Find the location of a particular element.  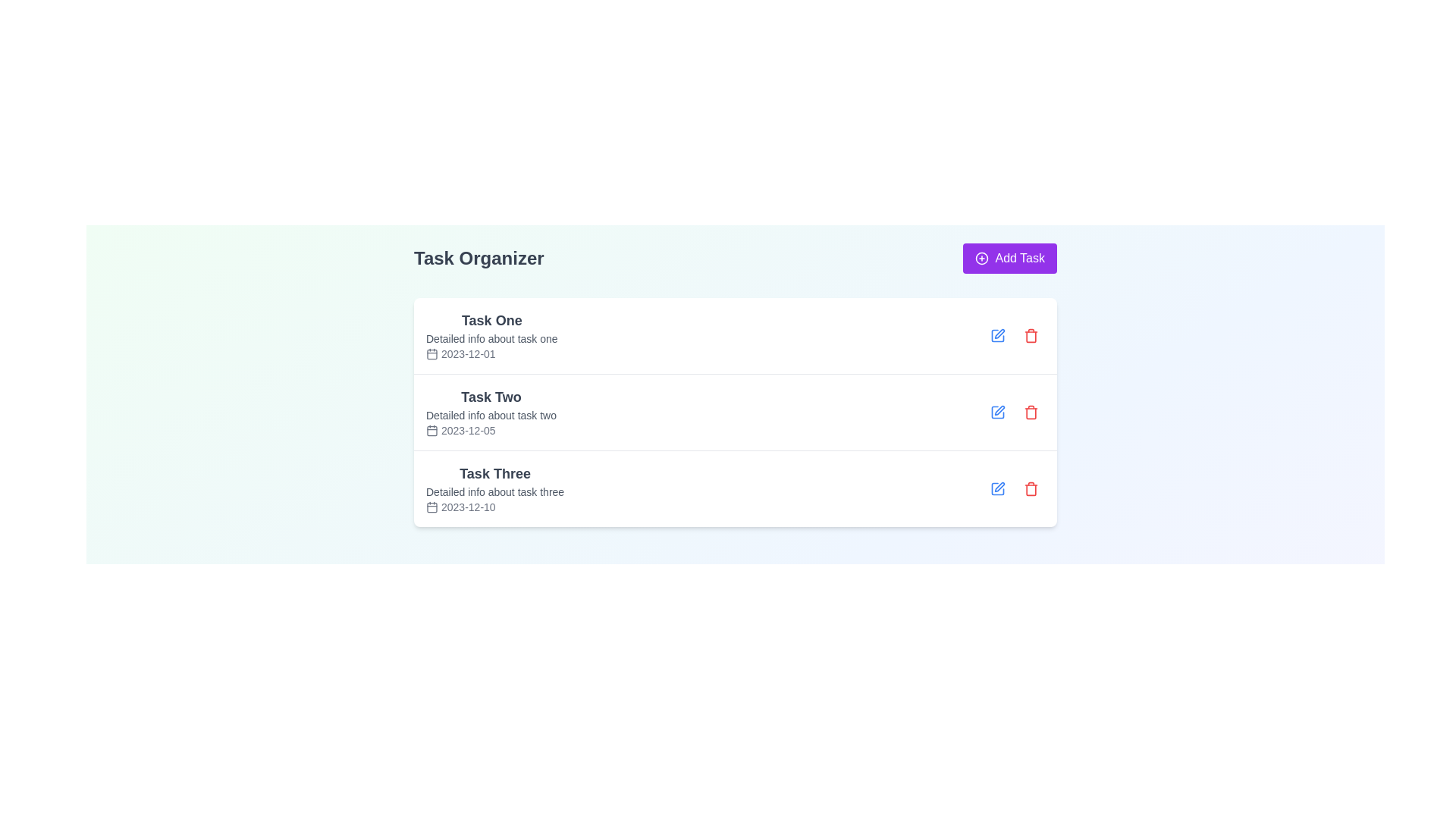

the outermost circular boundary of the plus-circle icon located inside the purple 'Add Task' button, which is centrally aligned within the button is located at coordinates (982, 257).